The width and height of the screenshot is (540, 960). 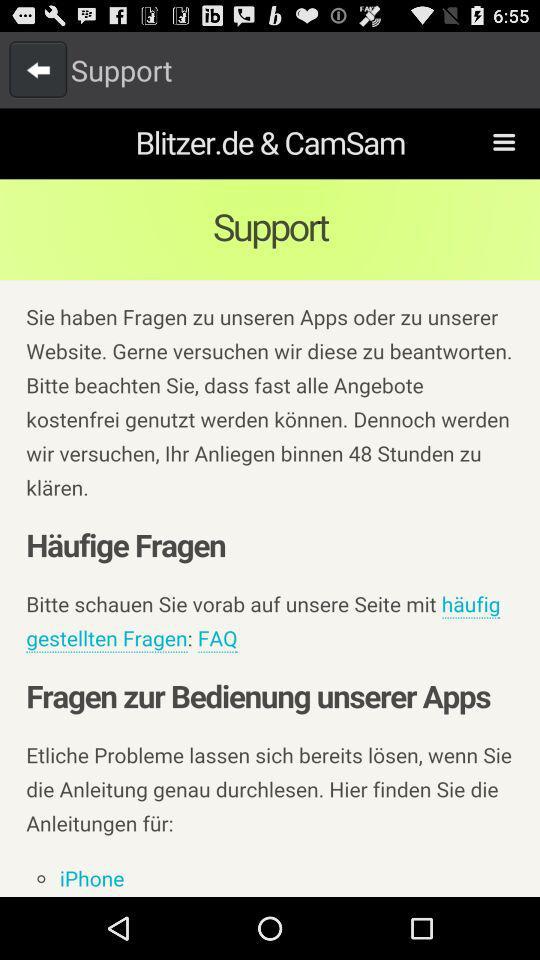 I want to click on the arrow_backward icon, so click(x=38, y=74).